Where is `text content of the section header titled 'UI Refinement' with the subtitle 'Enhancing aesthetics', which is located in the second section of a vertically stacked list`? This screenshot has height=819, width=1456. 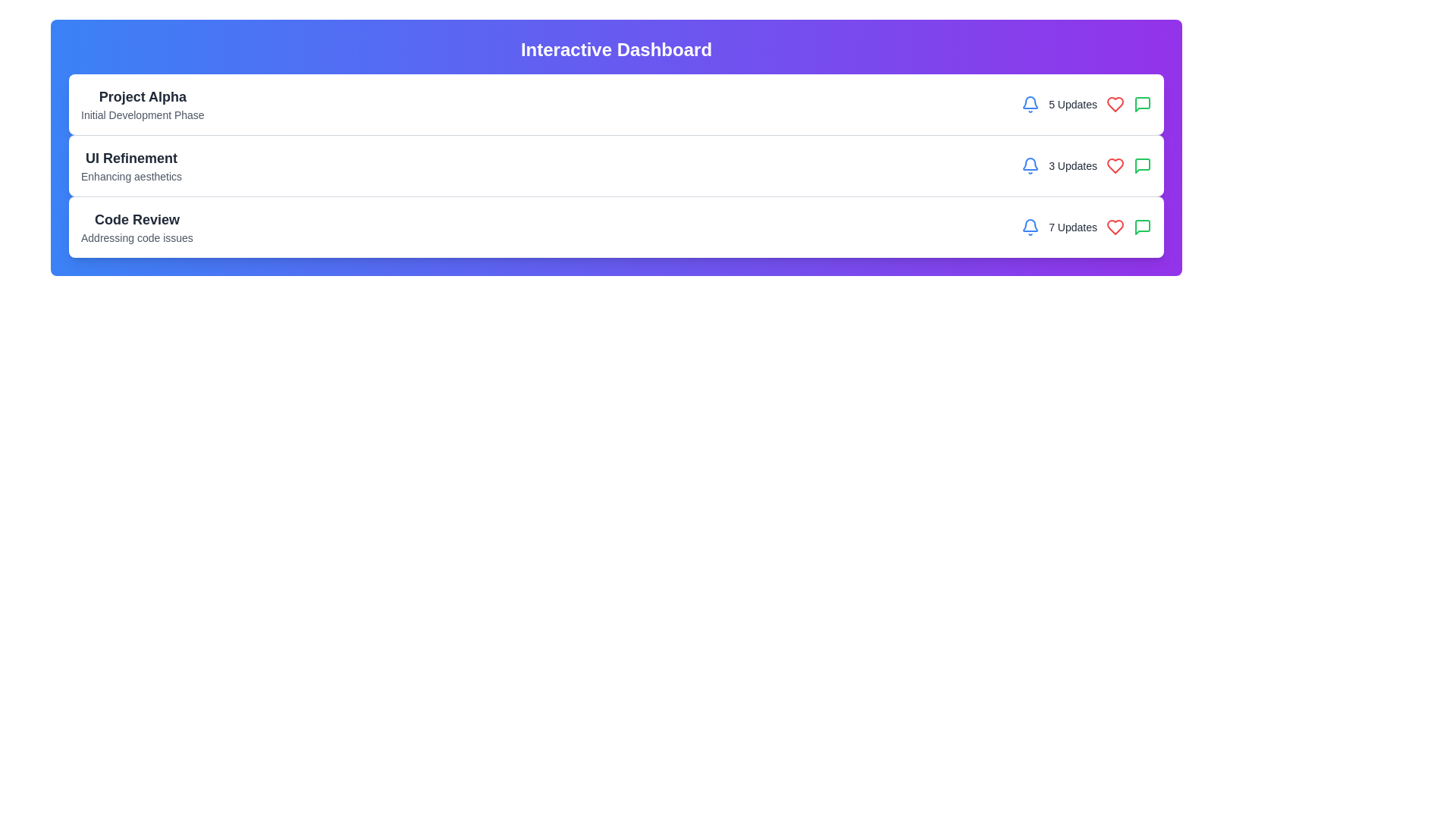 text content of the section header titled 'UI Refinement' with the subtitle 'Enhancing aesthetics', which is located in the second section of a vertically stacked list is located at coordinates (131, 166).